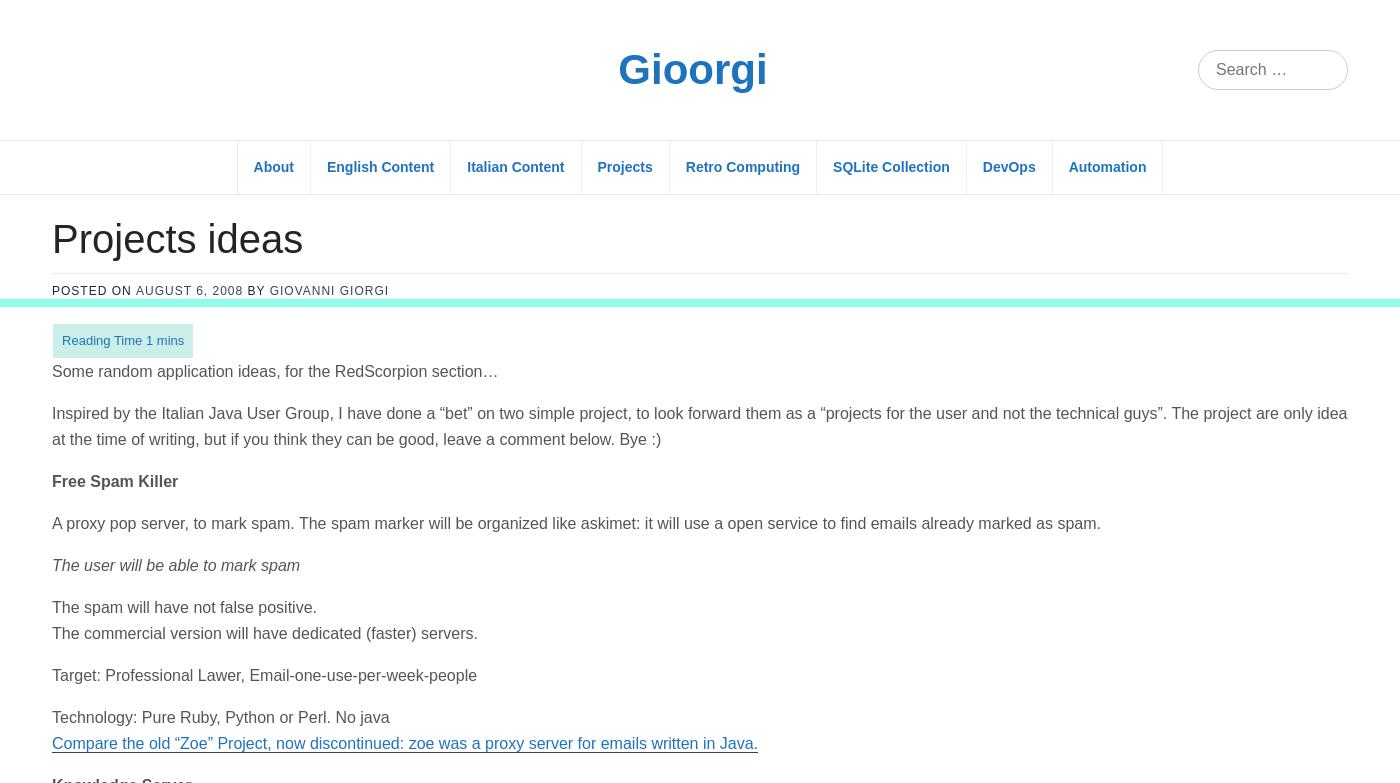 Image resolution: width=1400 pixels, height=783 pixels. Describe the element at coordinates (456, 740) in the screenshot. I see `'The commercial support will provide additional plugin for enterprise (for instance, a oracle/db2 optimized backend).'` at that location.